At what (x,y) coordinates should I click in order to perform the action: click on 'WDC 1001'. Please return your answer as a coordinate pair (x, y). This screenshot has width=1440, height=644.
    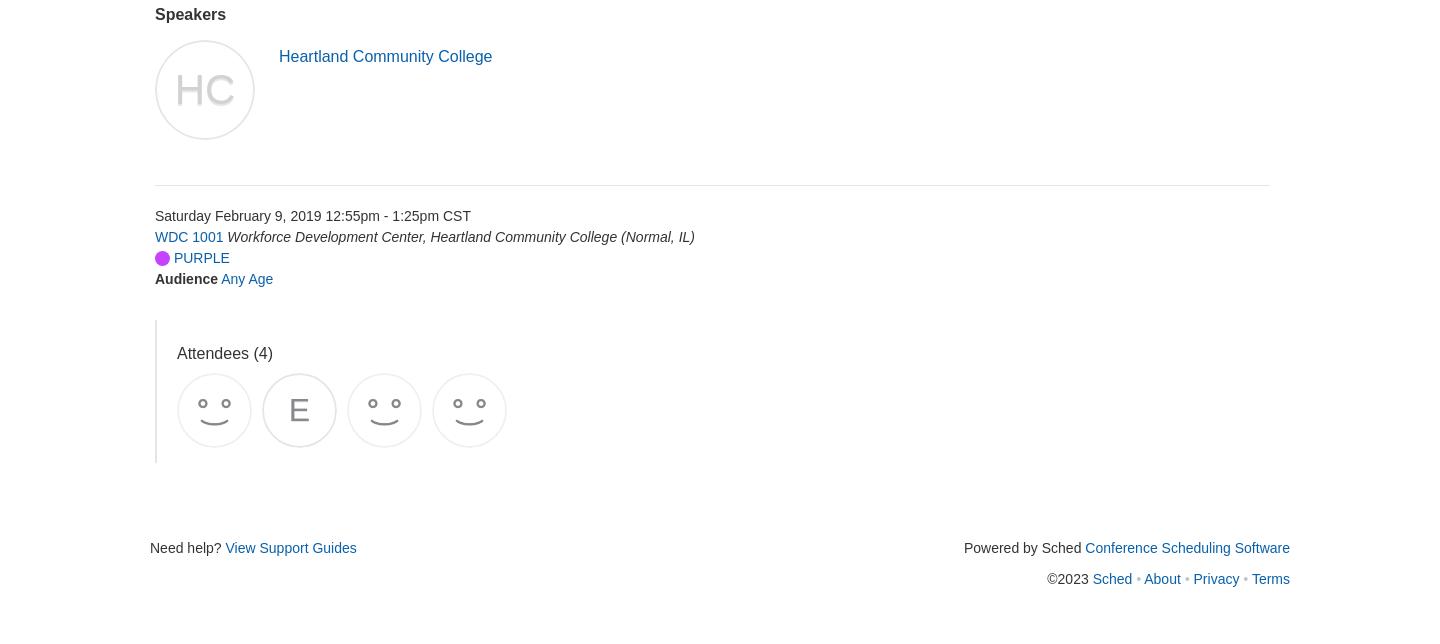
    Looking at the image, I should click on (189, 236).